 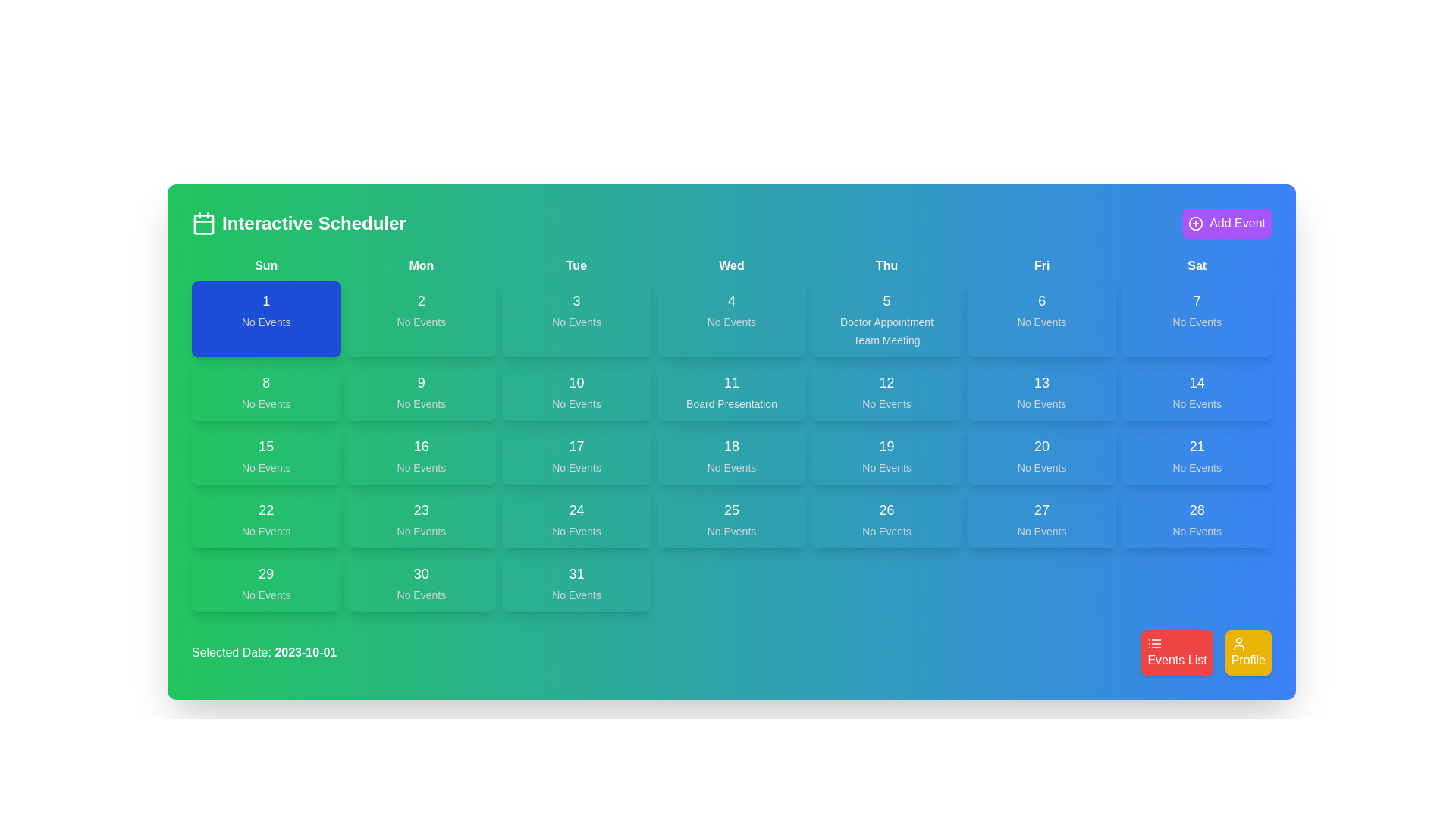 I want to click on the text label indicating the numeric day of the month to initiate date selection or interaction, so click(x=421, y=573).